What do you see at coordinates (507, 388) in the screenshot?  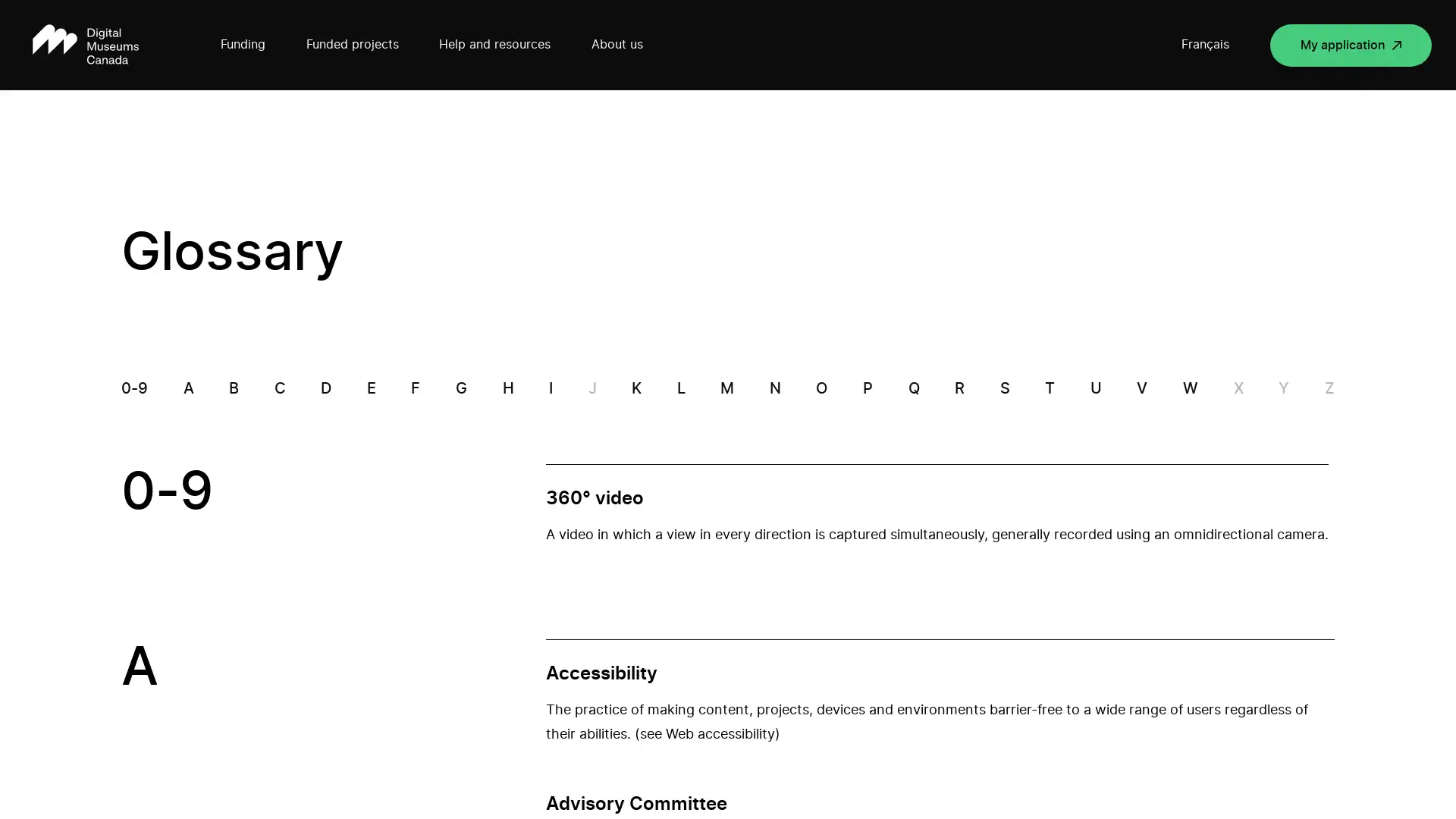 I see `H` at bounding box center [507, 388].